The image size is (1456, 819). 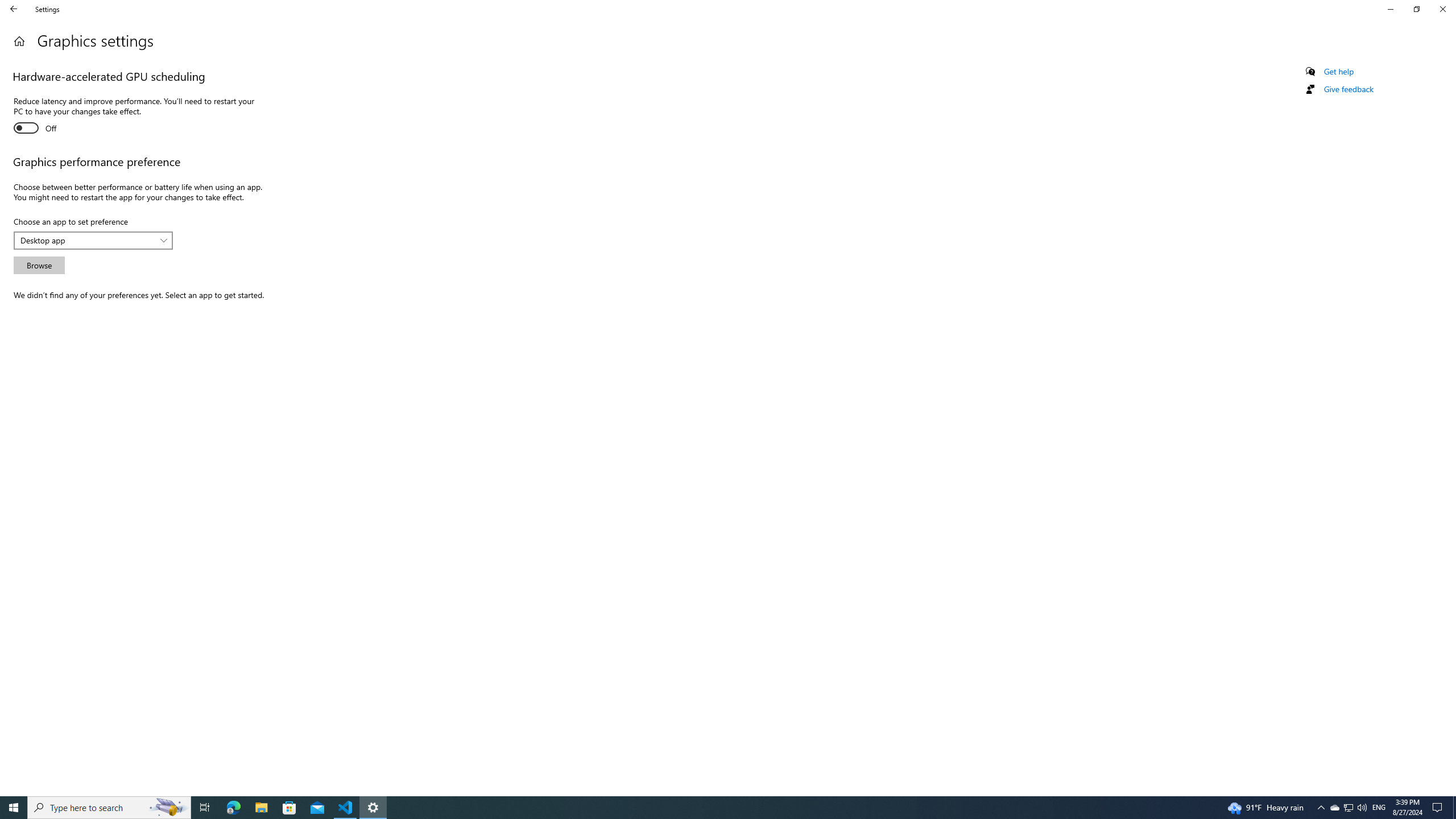 What do you see at coordinates (39, 265) in the screenshot?
I see `'Browse'` at bounding box center [39, 265].